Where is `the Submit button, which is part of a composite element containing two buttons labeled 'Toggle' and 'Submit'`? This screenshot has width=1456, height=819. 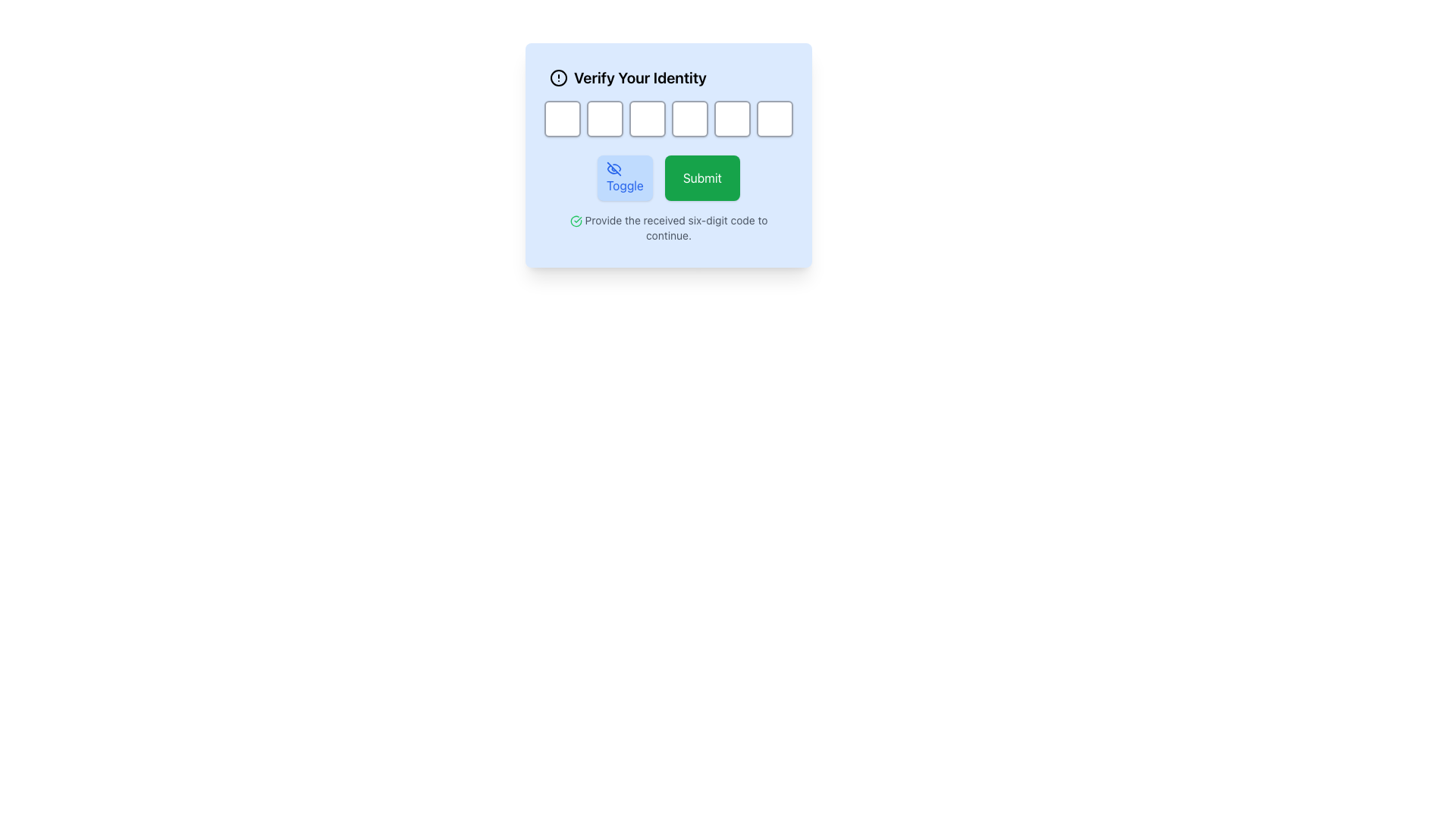
the Submit button, which is part of a composite element containing two buttons labeled 'Toggle' and 'Submit' is located at coordinates (668, 177).